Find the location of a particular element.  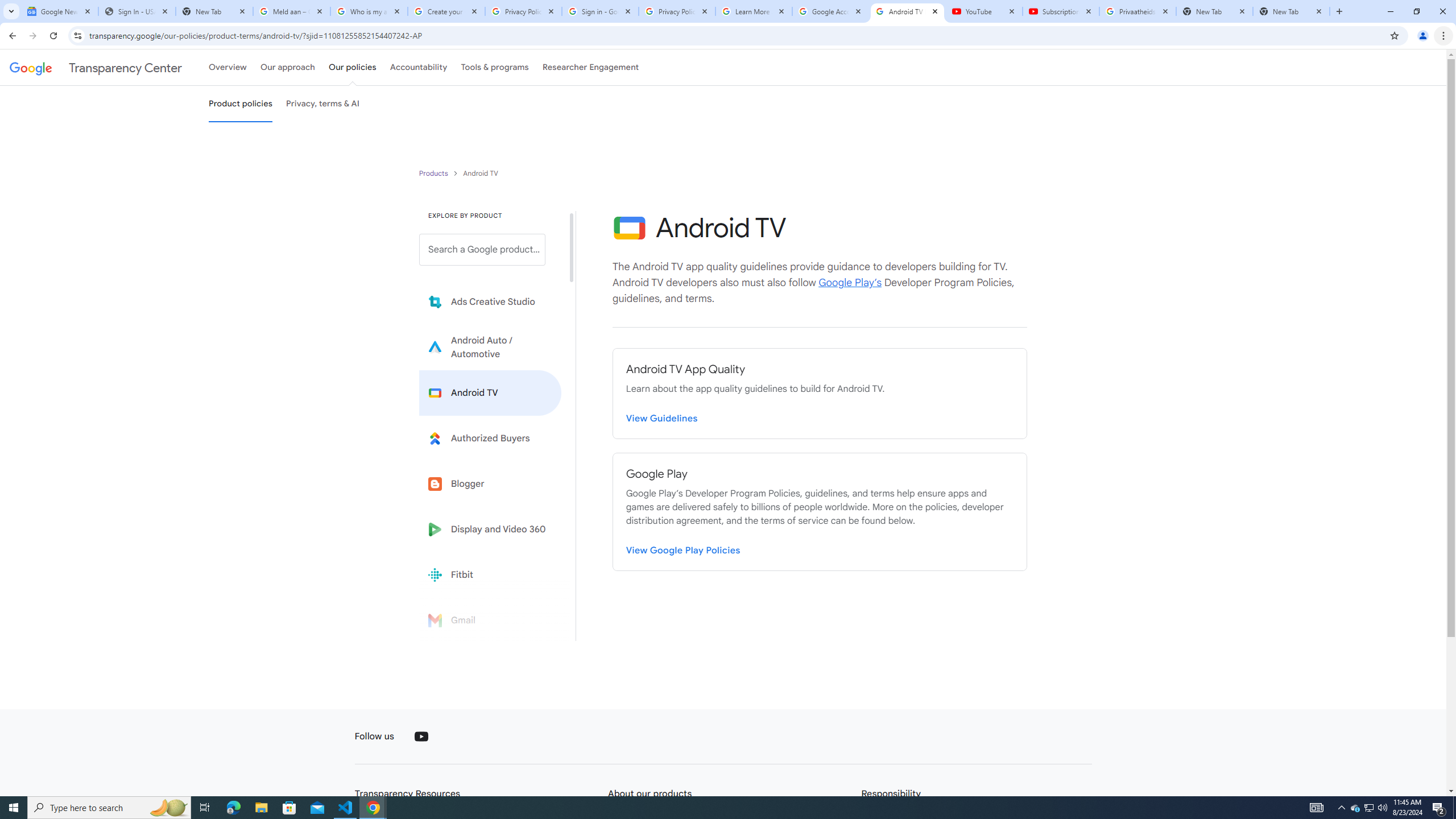

'Blogger' is located at coordinates (490, 483).